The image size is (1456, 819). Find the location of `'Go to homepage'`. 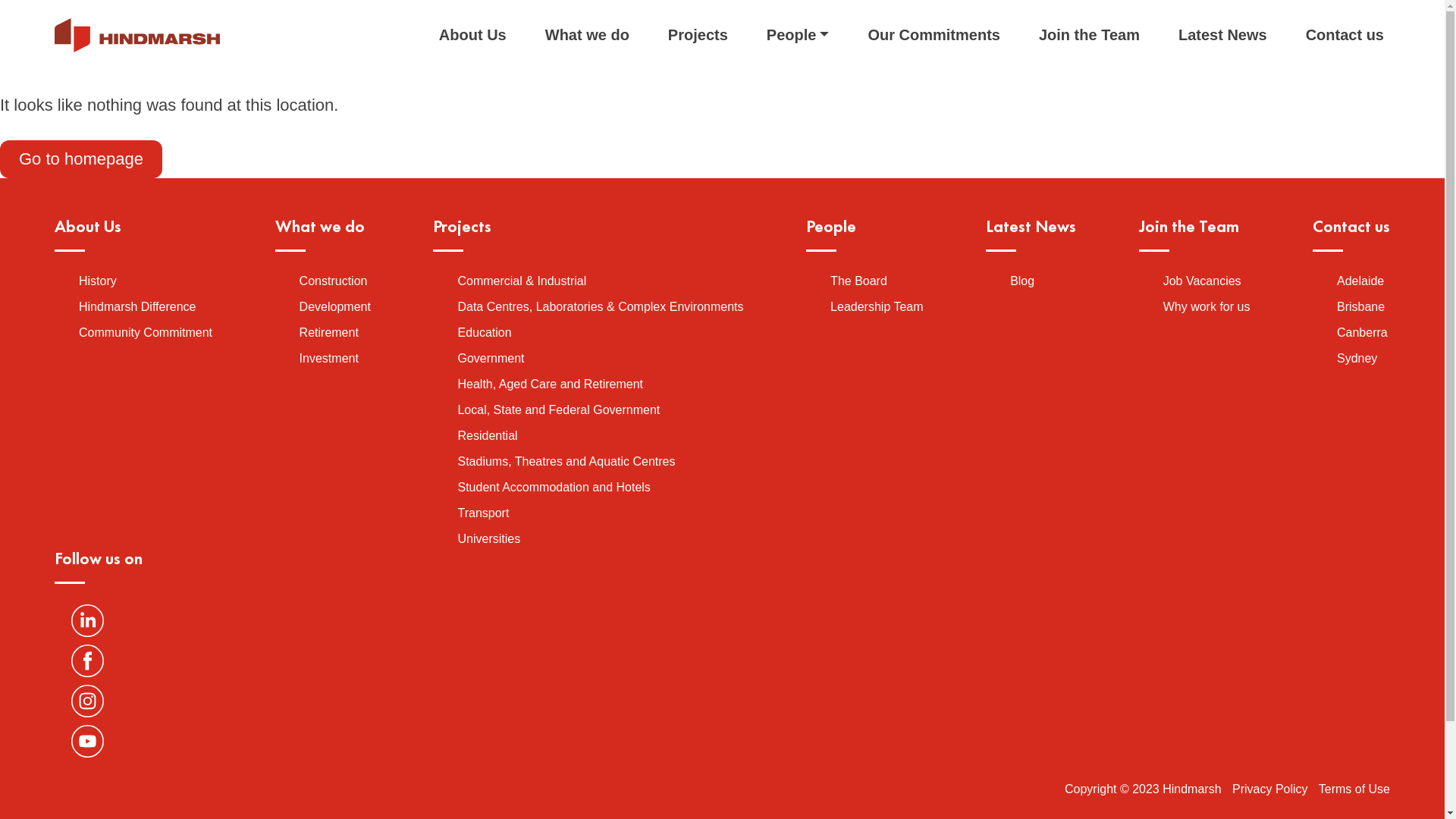

'Go to homepage' is located at coordinates (80, 158).